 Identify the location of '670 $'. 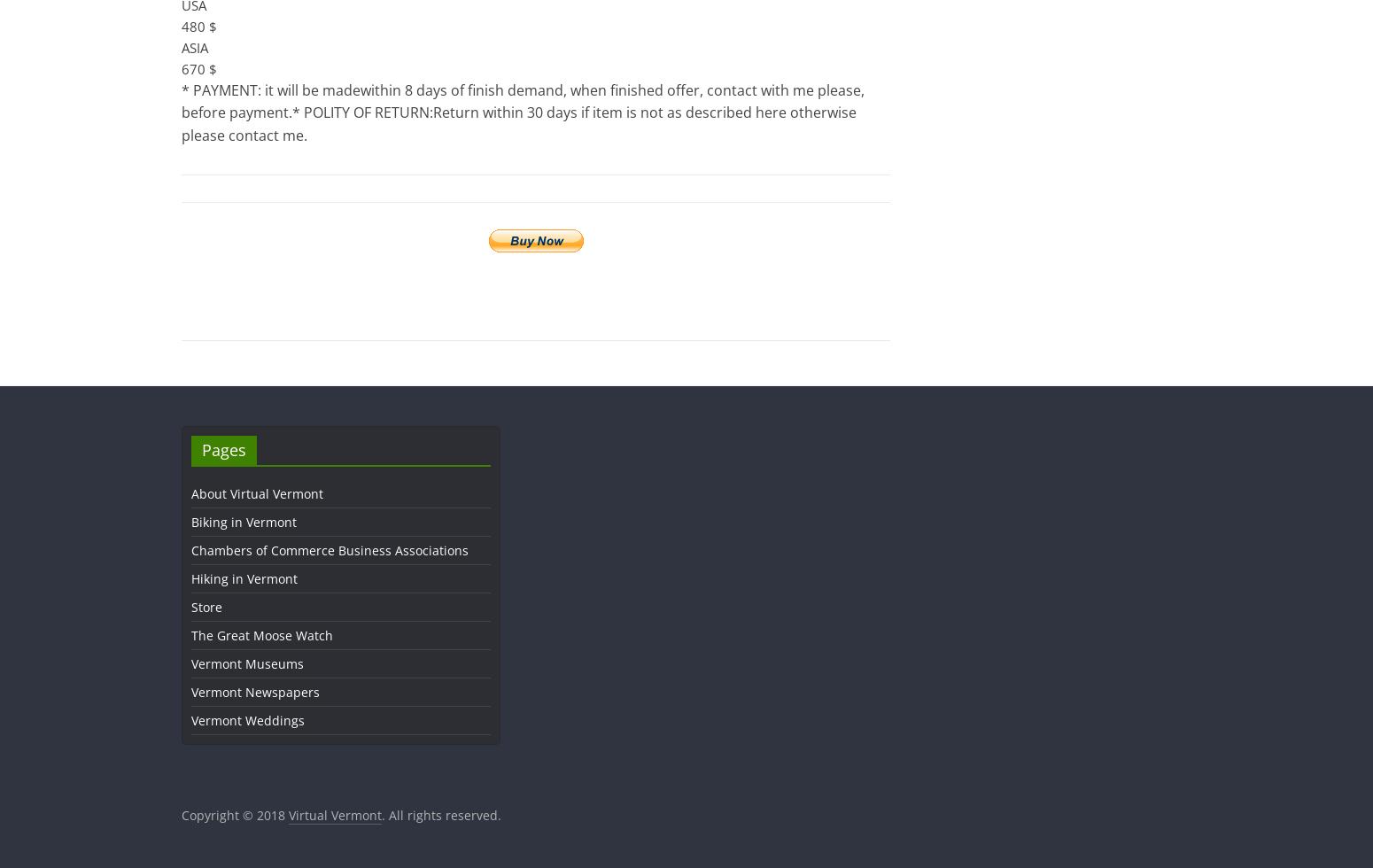
(198, 68).